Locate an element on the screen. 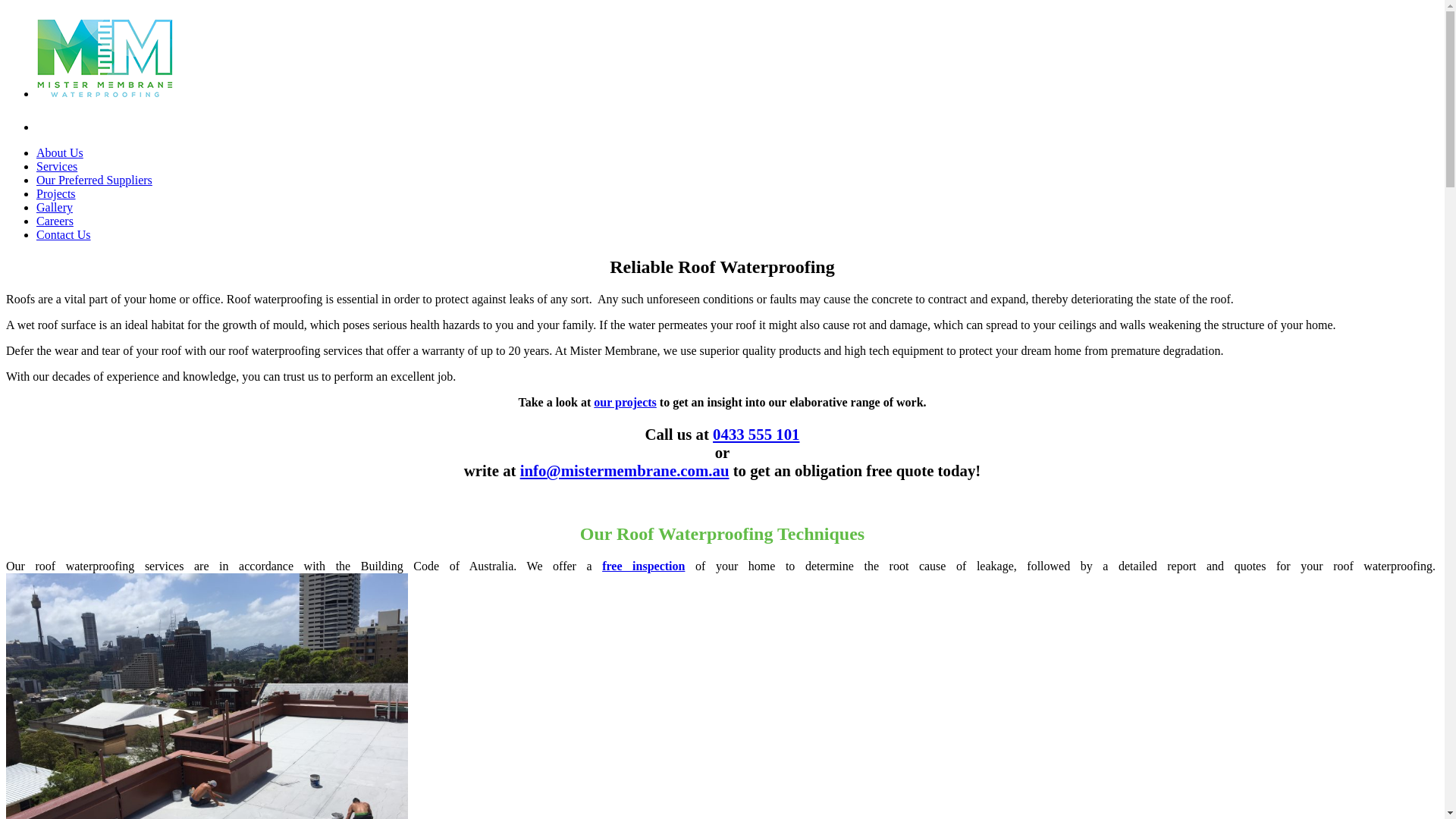  'free inspection' is located at coordinates (643, 566).